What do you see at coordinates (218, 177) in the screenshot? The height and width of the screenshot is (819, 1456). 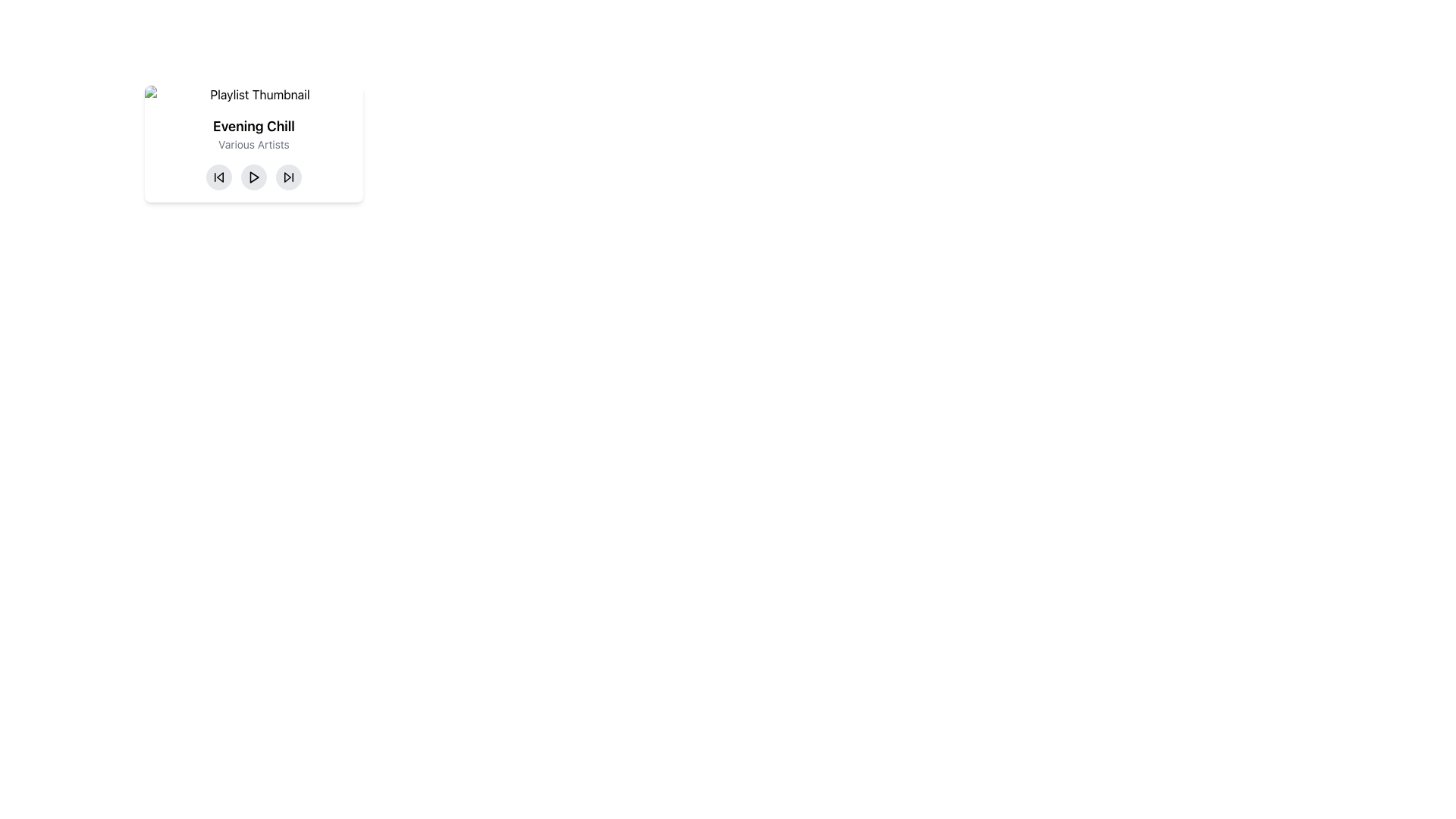 I see `the circular 'Skip Backward' button with a gray background located in the music playlist section` at bounding box center [218, 177].